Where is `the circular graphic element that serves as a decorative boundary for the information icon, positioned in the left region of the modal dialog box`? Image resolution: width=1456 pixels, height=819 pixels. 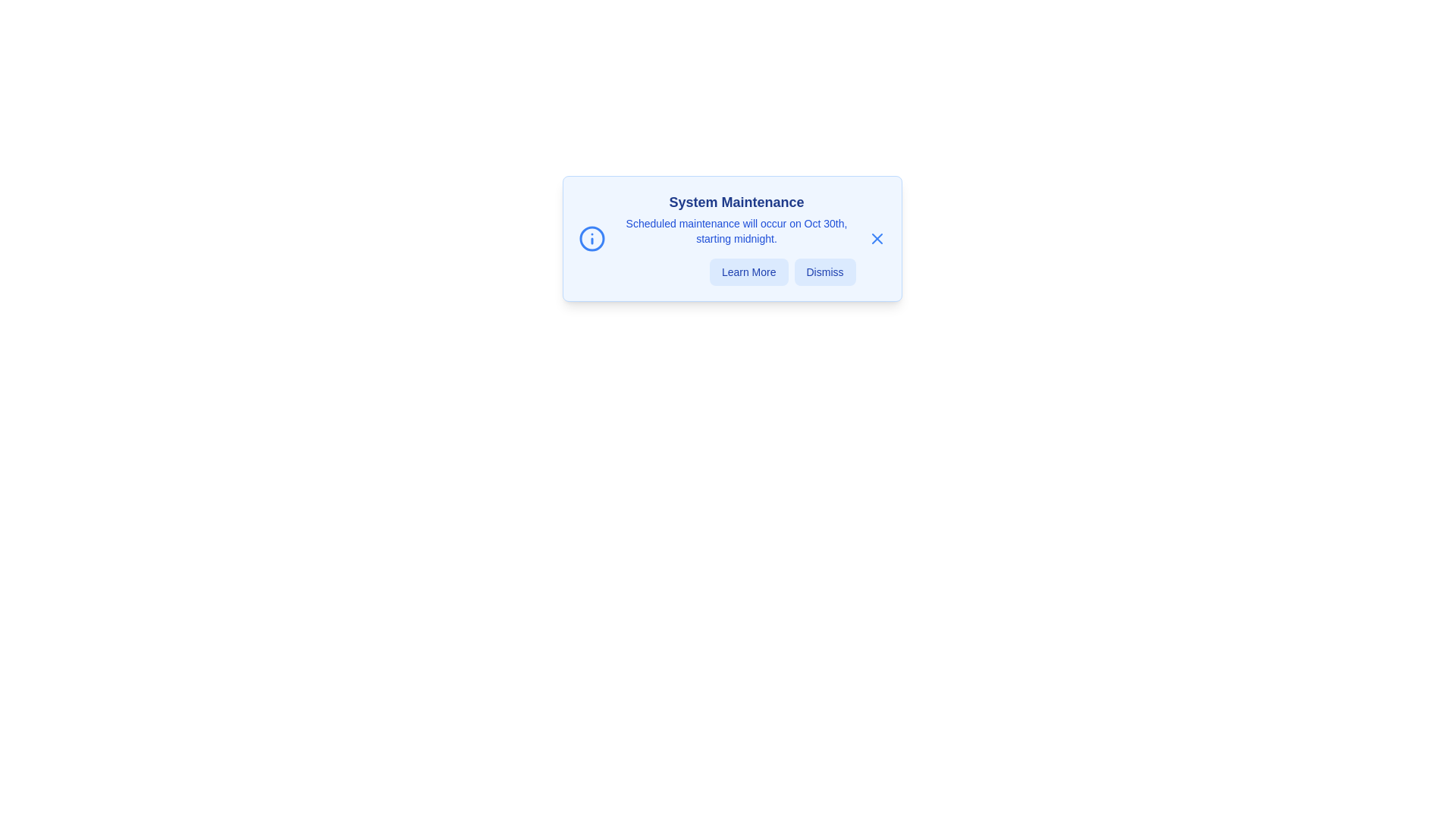 the circular graphic element that serves as a decorative boundary for the information icon, positioned in the left region of the modal dialog box is located at coordinates (591, 239).